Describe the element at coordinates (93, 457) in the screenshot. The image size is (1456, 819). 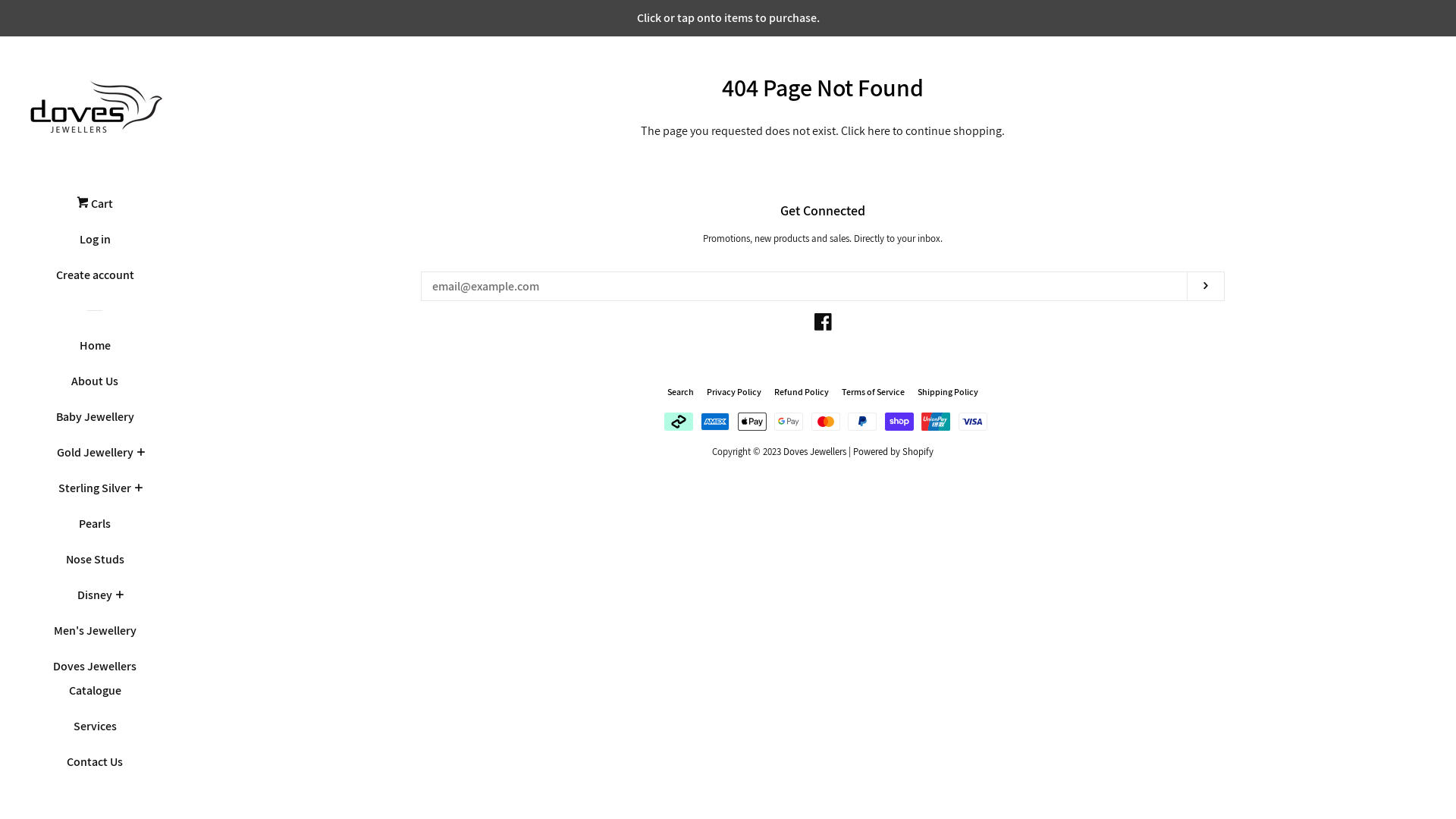
I see `'Gold Jewellery'` at that location.